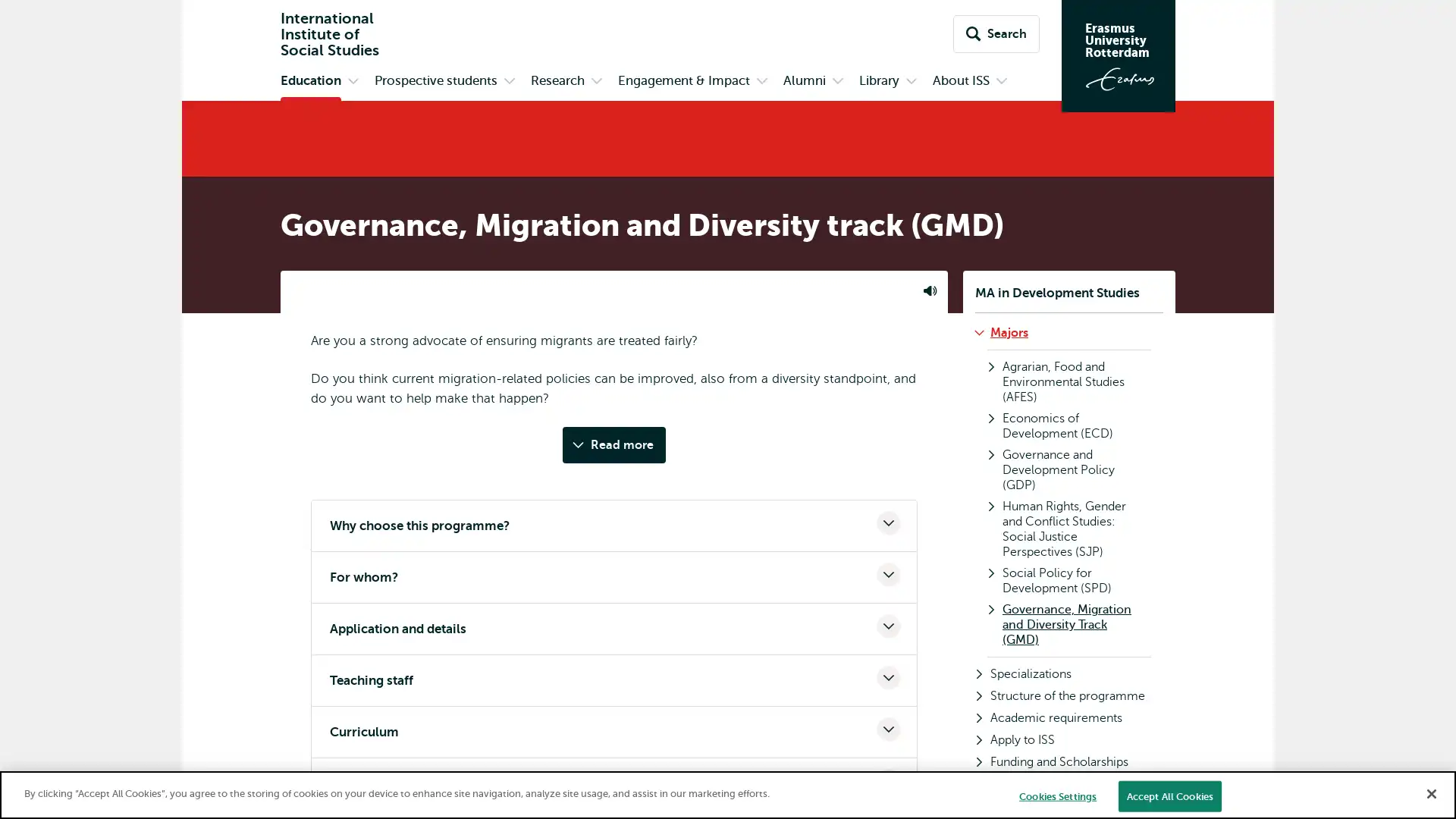  I want to click on Accept All Cookies, so click(1169, 795).